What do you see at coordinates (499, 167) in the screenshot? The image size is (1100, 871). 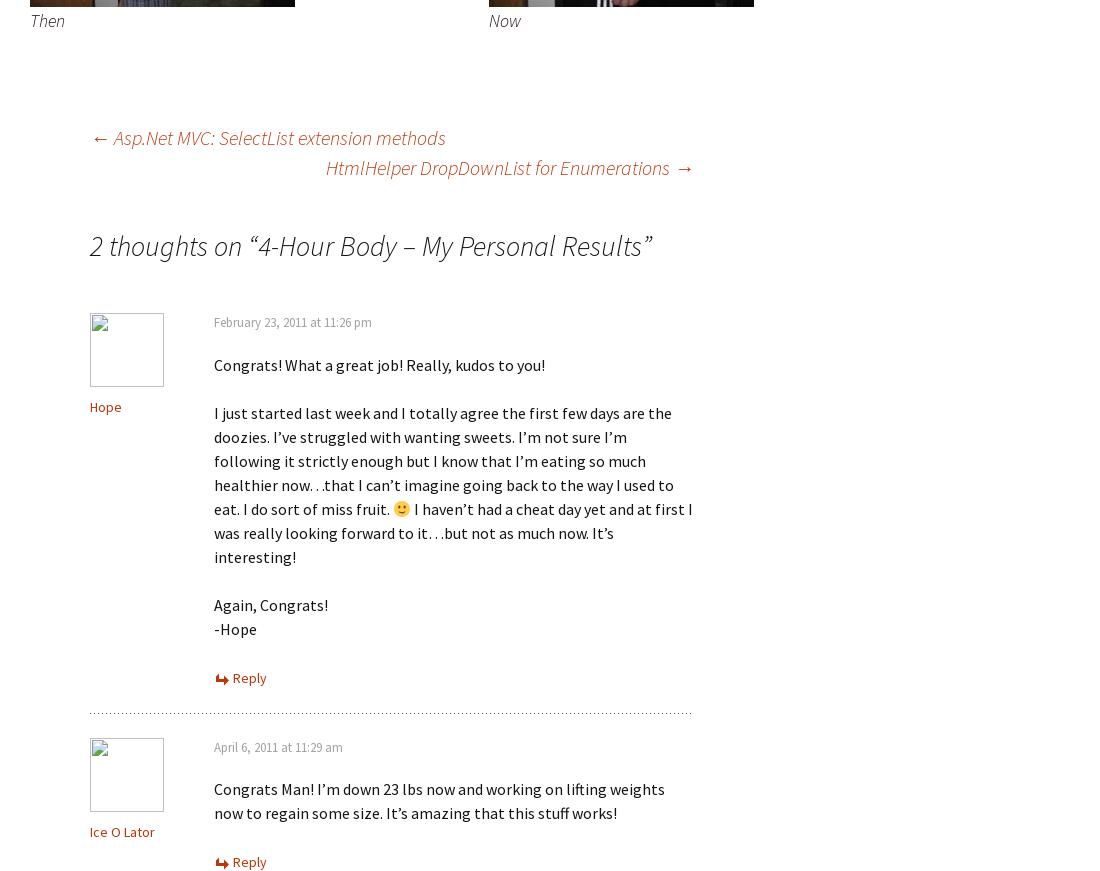 I see `'HtmlHelper DropDownList for Enumerations'` at bounding box center [499, 167].